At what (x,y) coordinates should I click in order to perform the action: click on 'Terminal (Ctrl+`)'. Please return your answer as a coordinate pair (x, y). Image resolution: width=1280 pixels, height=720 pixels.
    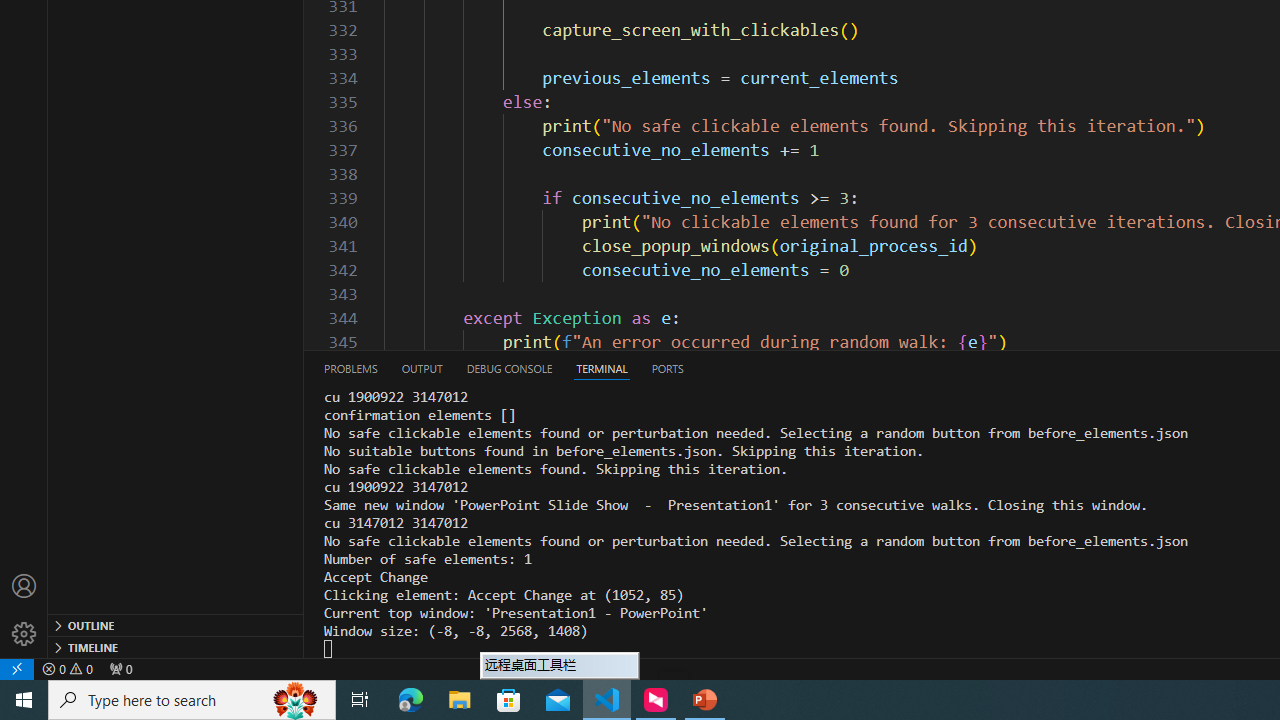
    Looking at the image, I should click on (601, 368).